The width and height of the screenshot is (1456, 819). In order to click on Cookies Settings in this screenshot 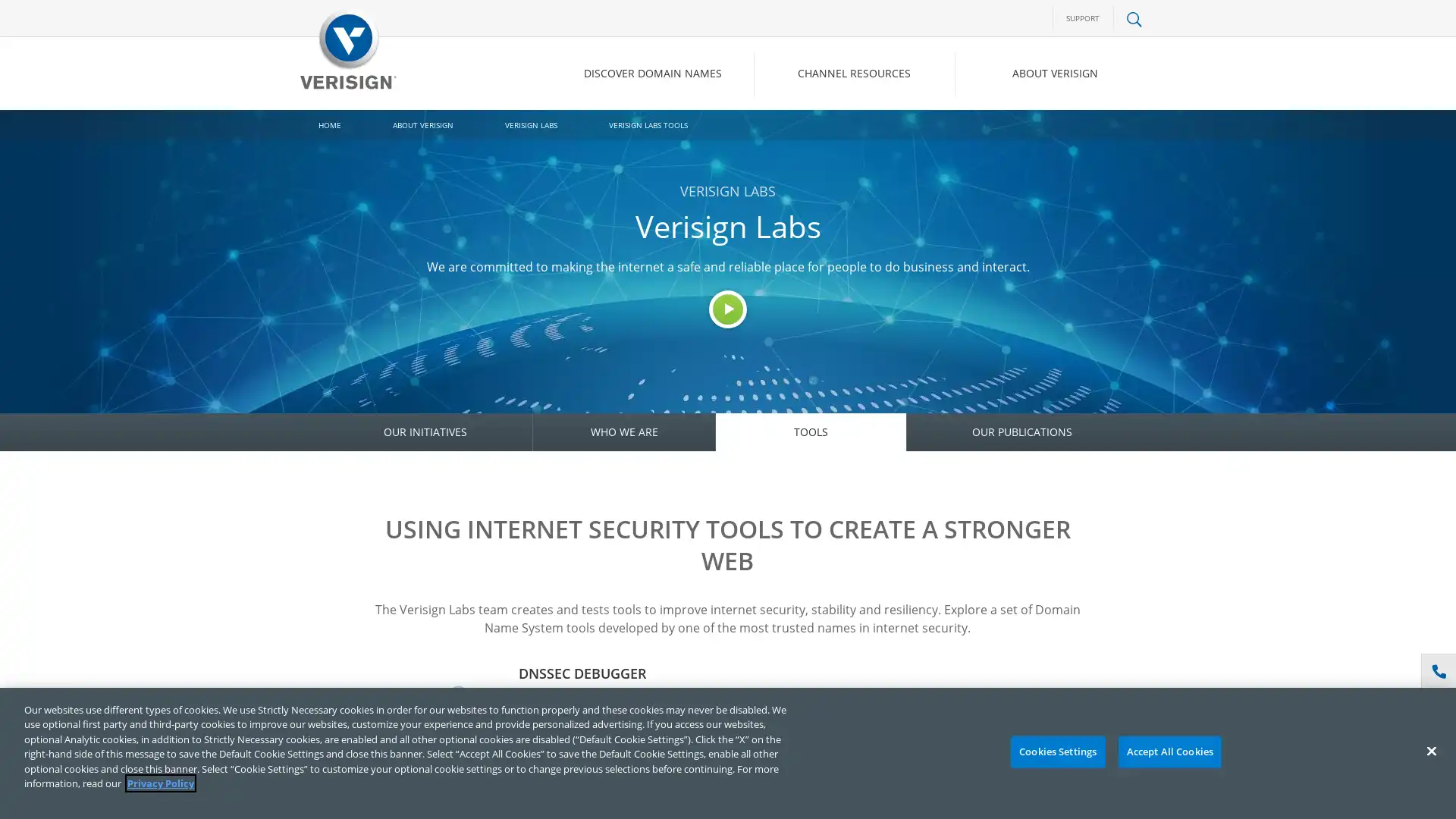, I will do `click(1056, 752)`.